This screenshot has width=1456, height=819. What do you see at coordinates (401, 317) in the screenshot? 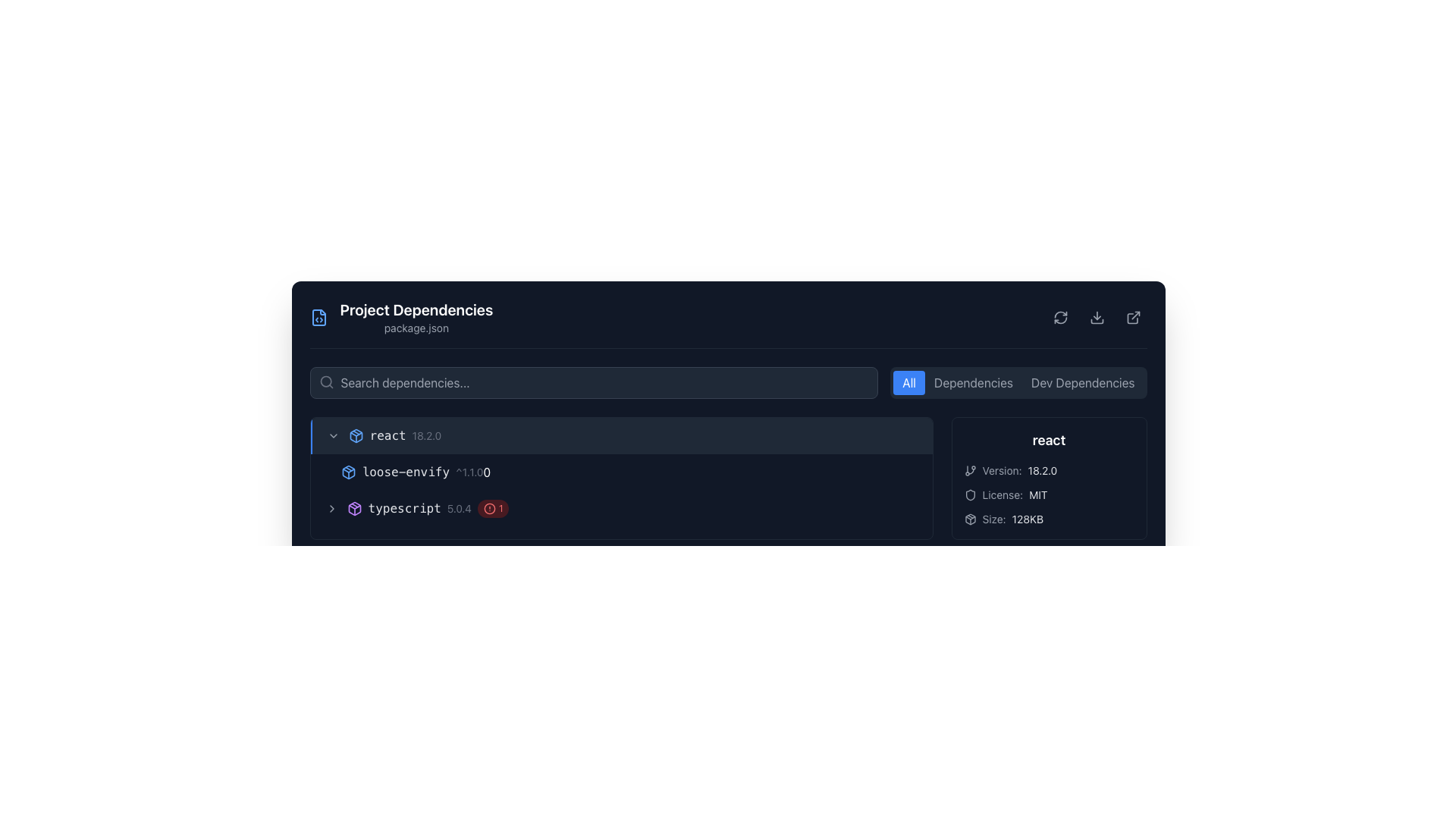
I see `the UI section header titled 'Project Dependencies' which includes an icon of a document with a blue outline and the text 'package.json' below it` at bounding box center [401, 317].